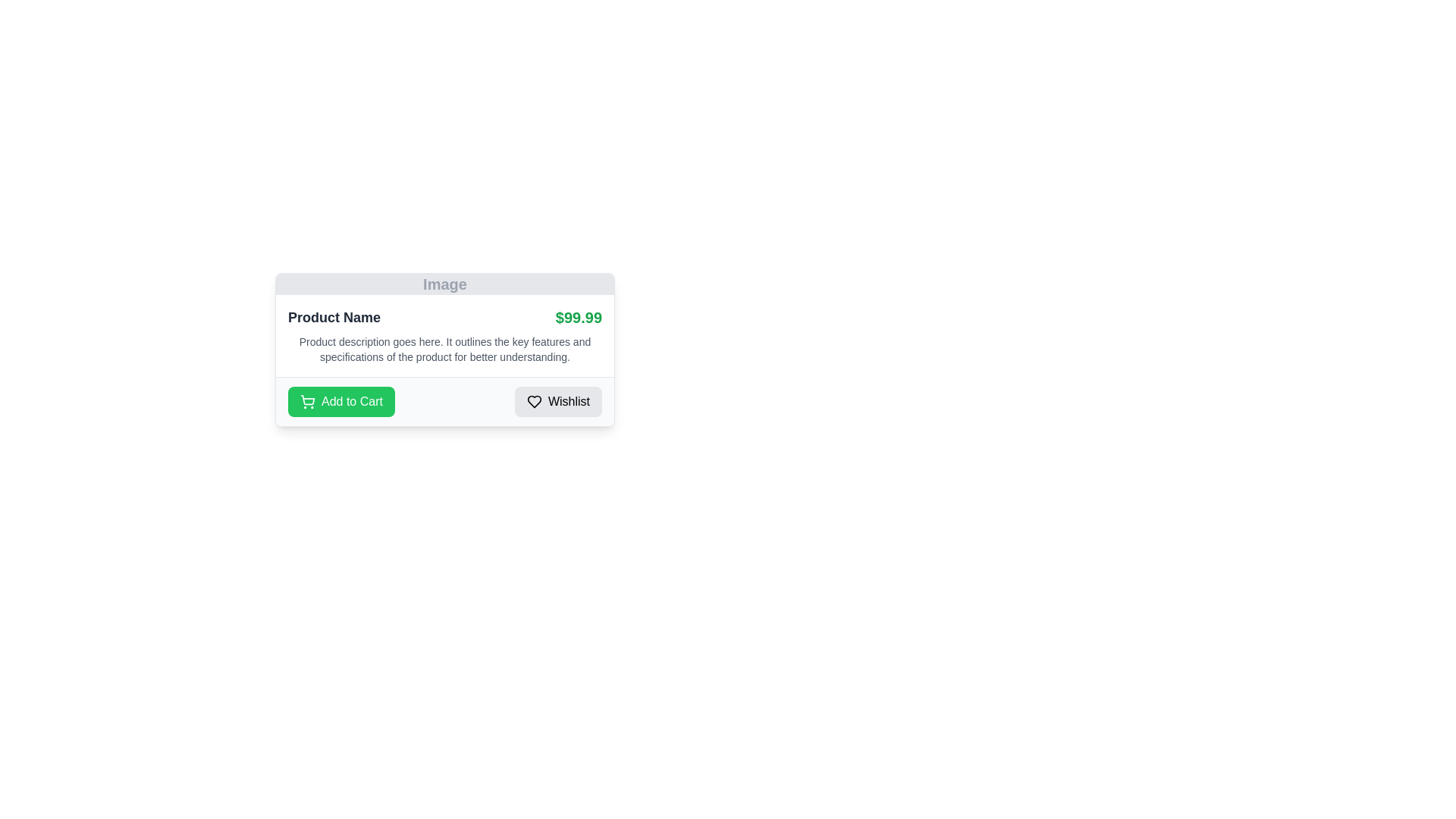 The image size is (1456, 819). What do you see at coordinates (534, 400) in the screenshot?
I see `the heart-shaped icon with a minimalistic outline design, located to the left of the text within the 'Wishlist' button` at bounding box center [534, 400].